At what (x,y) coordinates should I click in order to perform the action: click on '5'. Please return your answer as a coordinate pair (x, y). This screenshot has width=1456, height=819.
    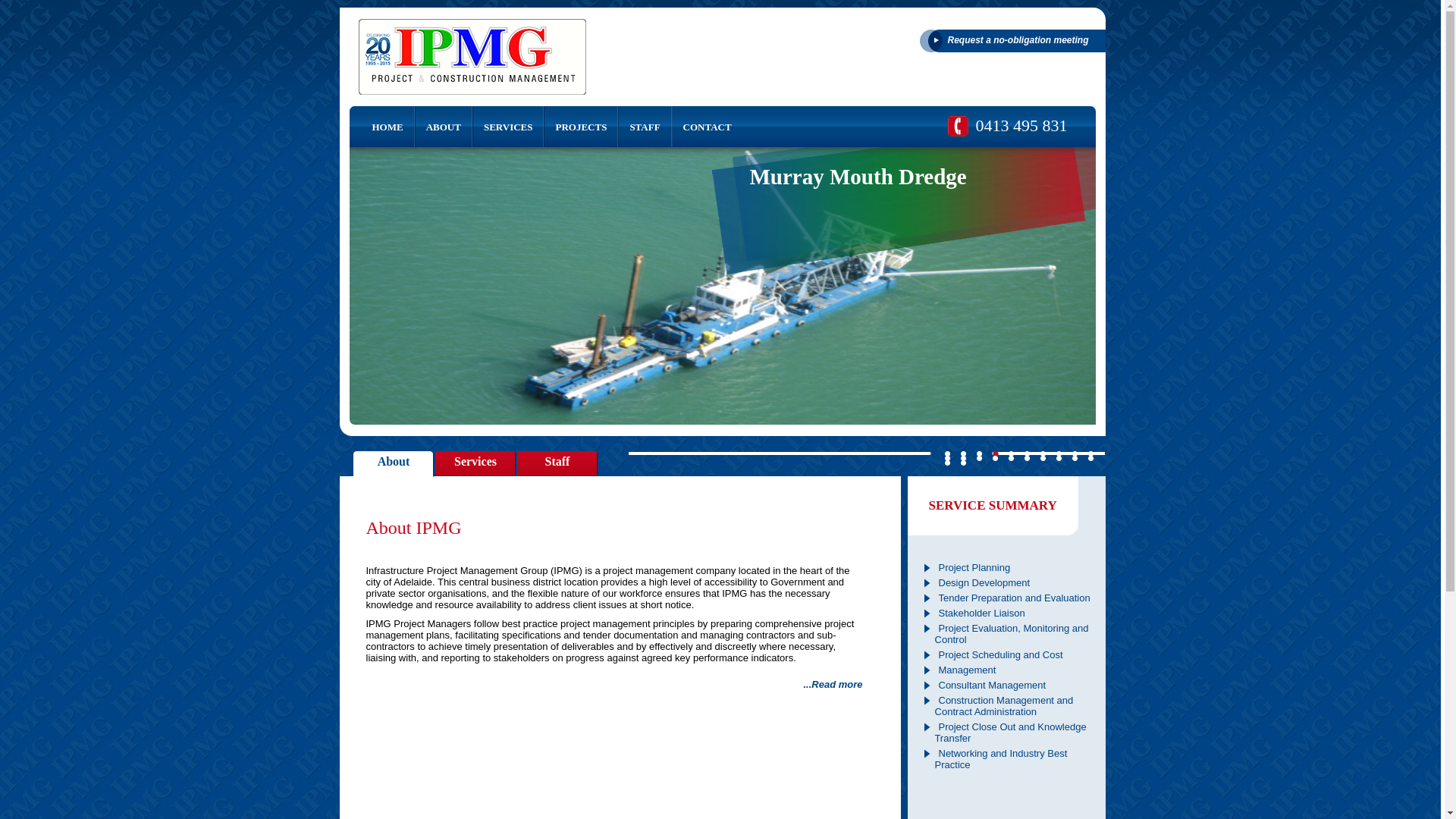
    Looking at the image, I should click on (1012, 452).